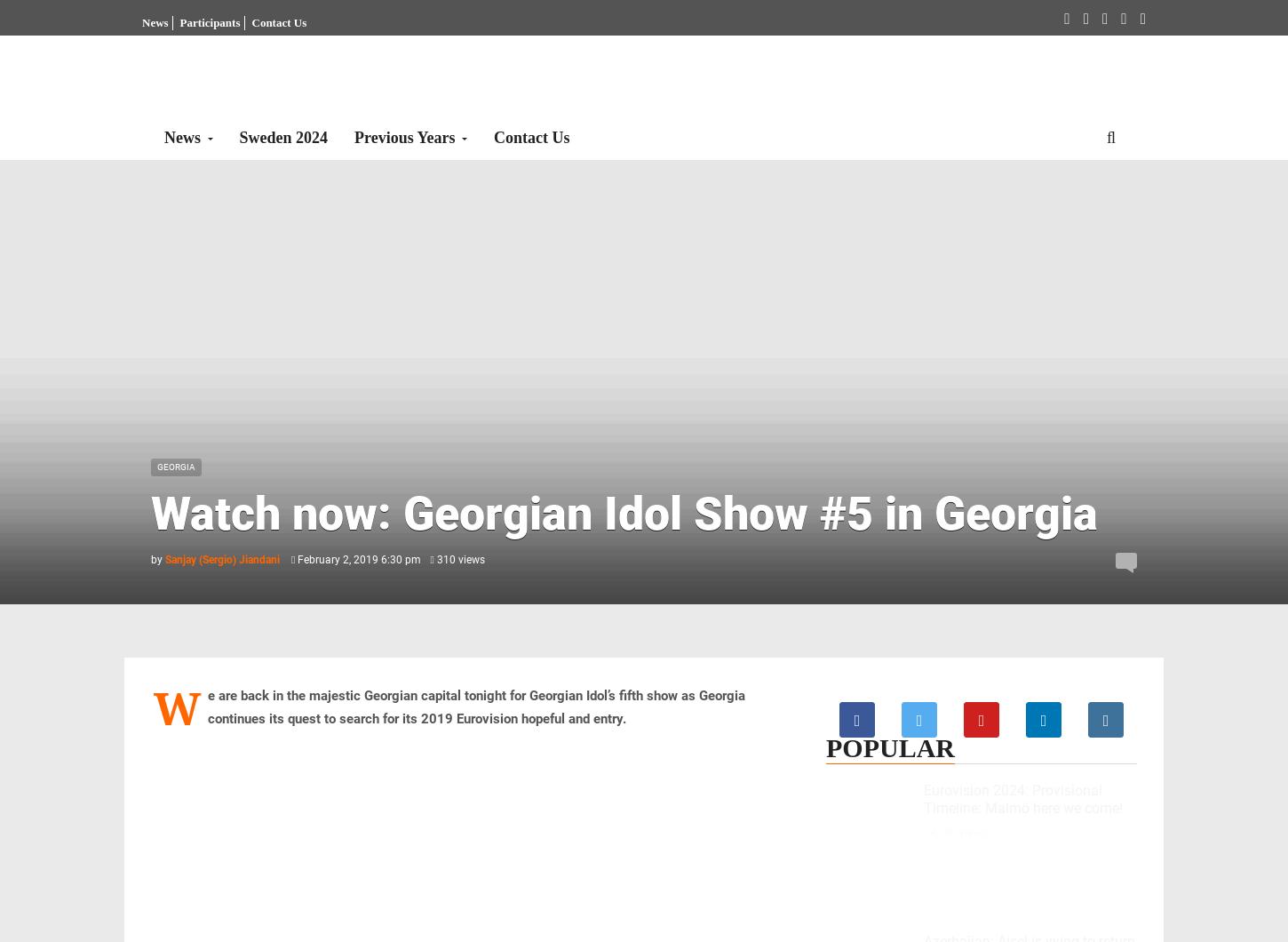 Image resolution: width=1288 pixels, height=942 pixels. I want to click on 'February 2, 2019 6:30 pm', so click(356, 559).